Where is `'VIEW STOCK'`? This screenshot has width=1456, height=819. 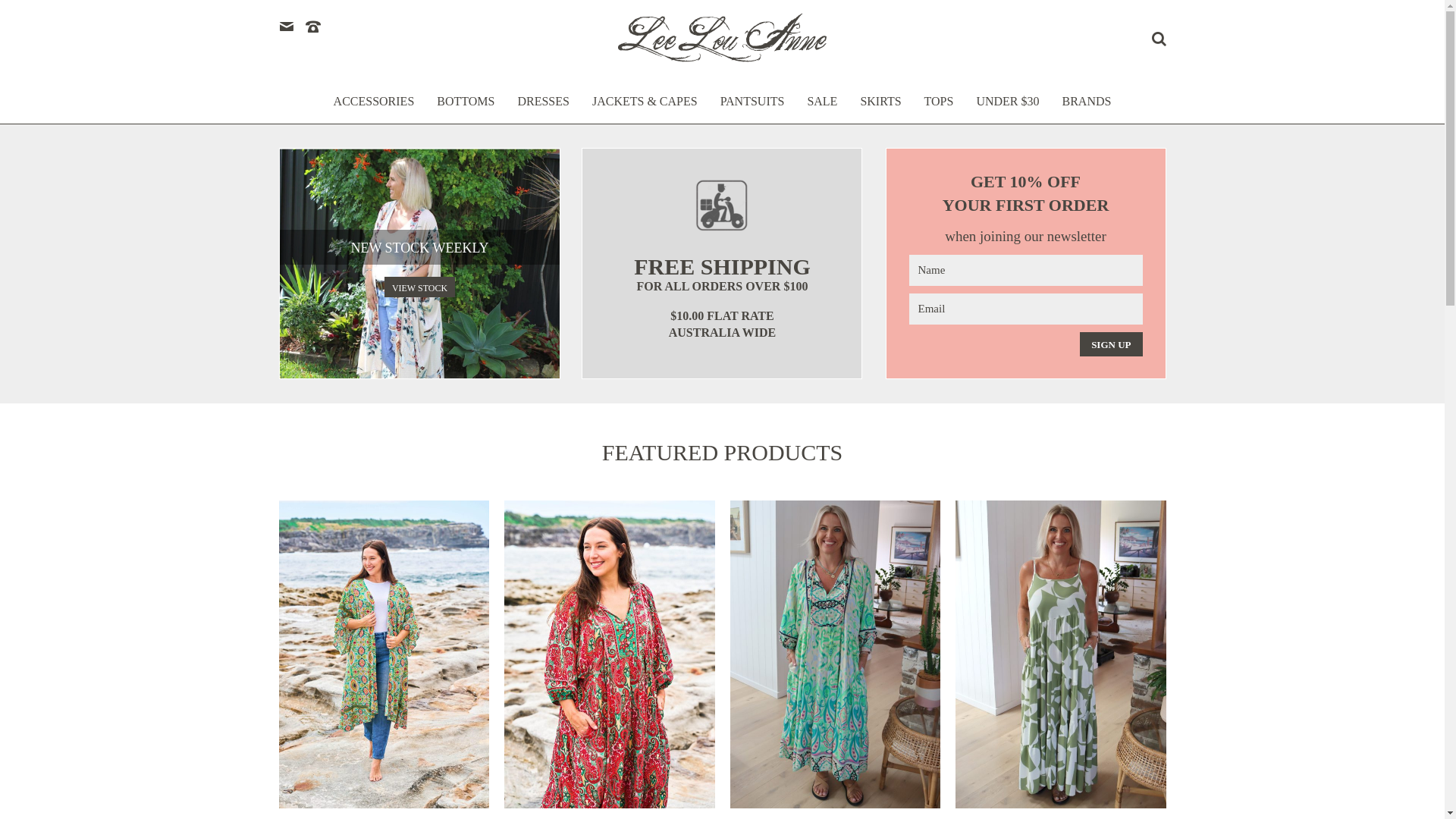
'VIEW STOCK' is located at coordinates (384, 287).